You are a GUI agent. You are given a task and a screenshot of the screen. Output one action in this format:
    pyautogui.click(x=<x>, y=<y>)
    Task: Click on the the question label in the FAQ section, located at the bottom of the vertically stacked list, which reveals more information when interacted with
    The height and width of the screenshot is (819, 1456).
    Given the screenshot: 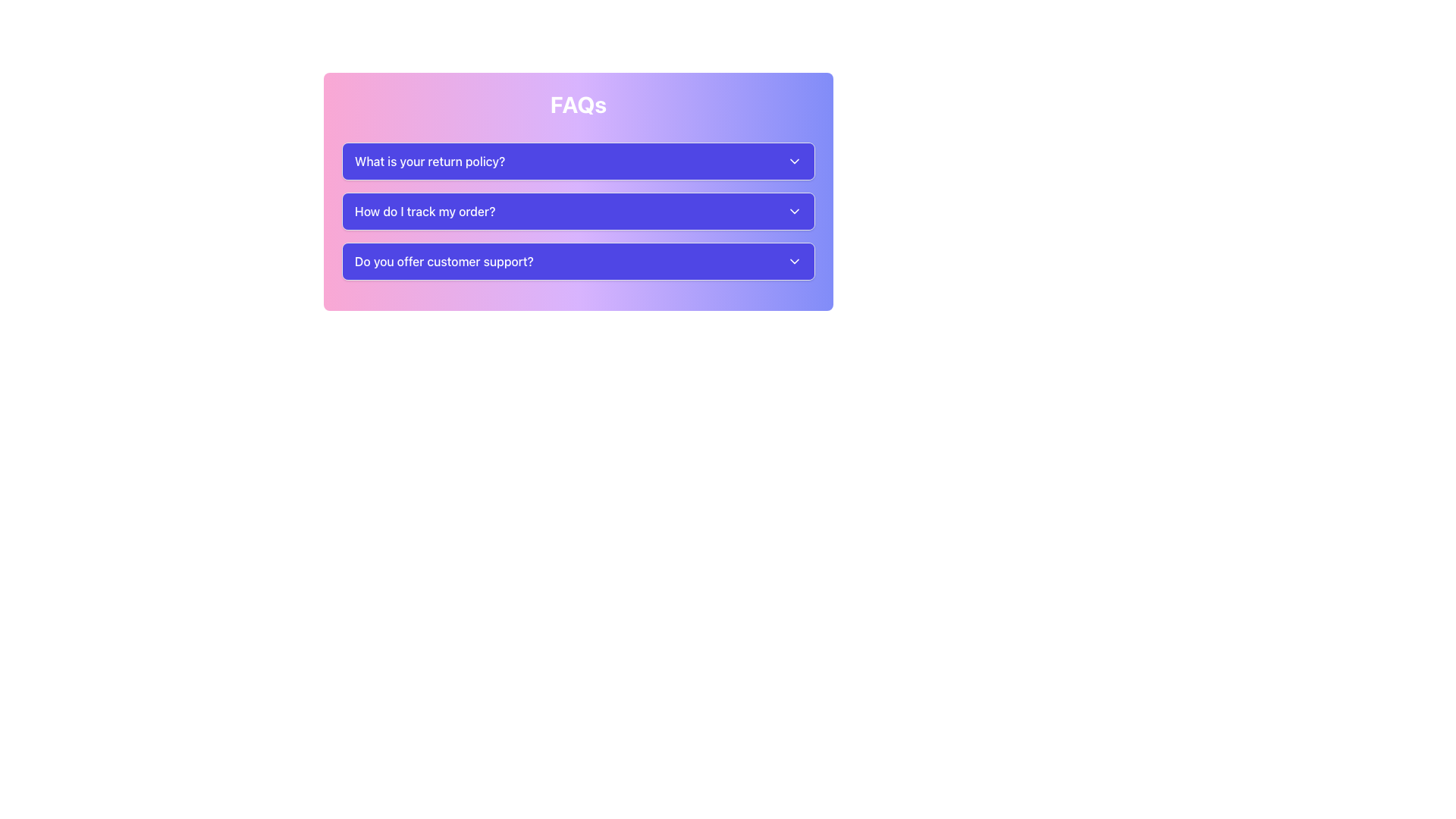 What is the action you would take?
    pyautogui.click(x=443, y=260)
    